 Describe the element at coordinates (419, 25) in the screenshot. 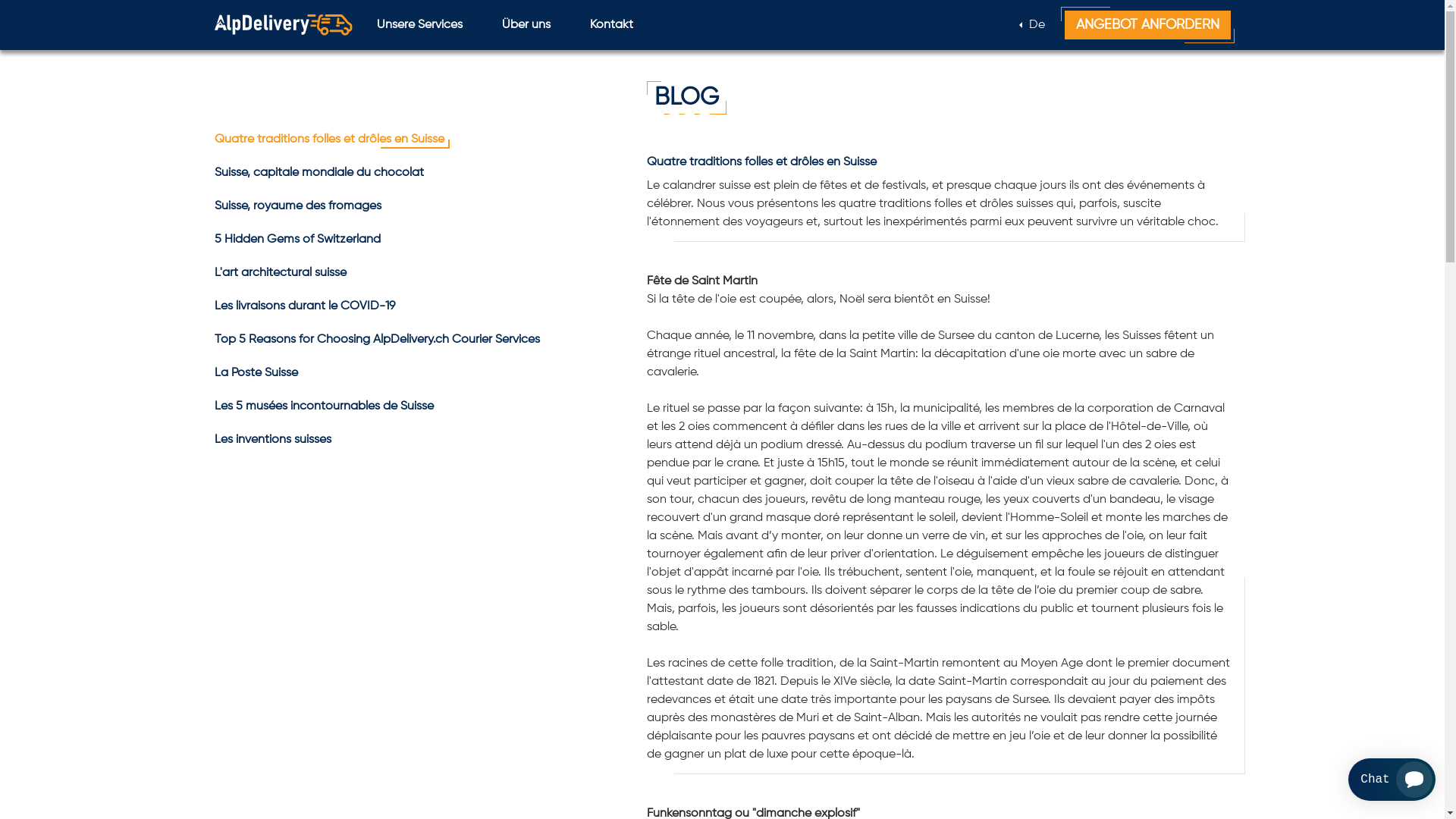

I see `'Unsere Services'` at that location.